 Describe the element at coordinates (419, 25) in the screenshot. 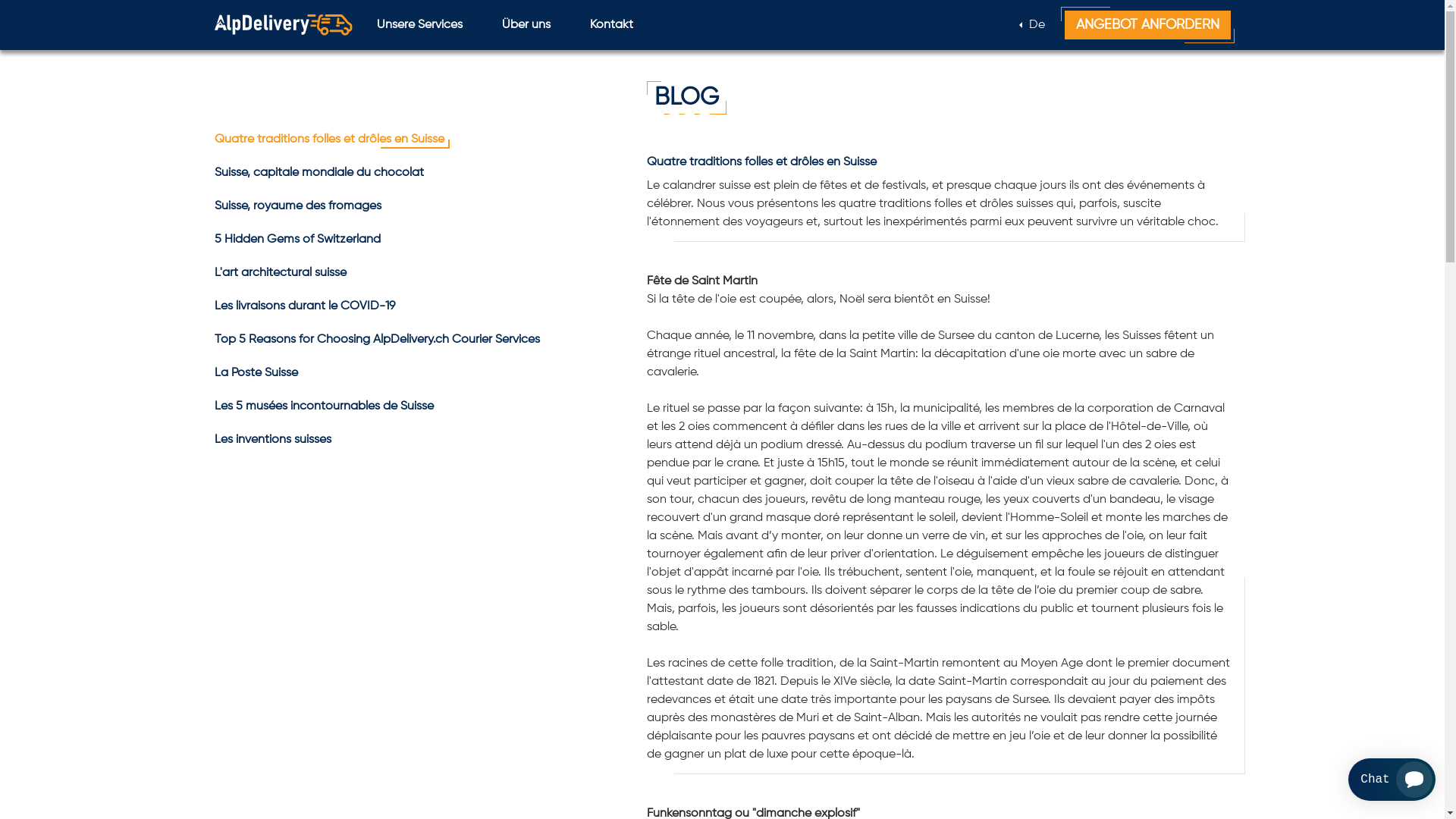

I see `'Unsere Services'` at that location.